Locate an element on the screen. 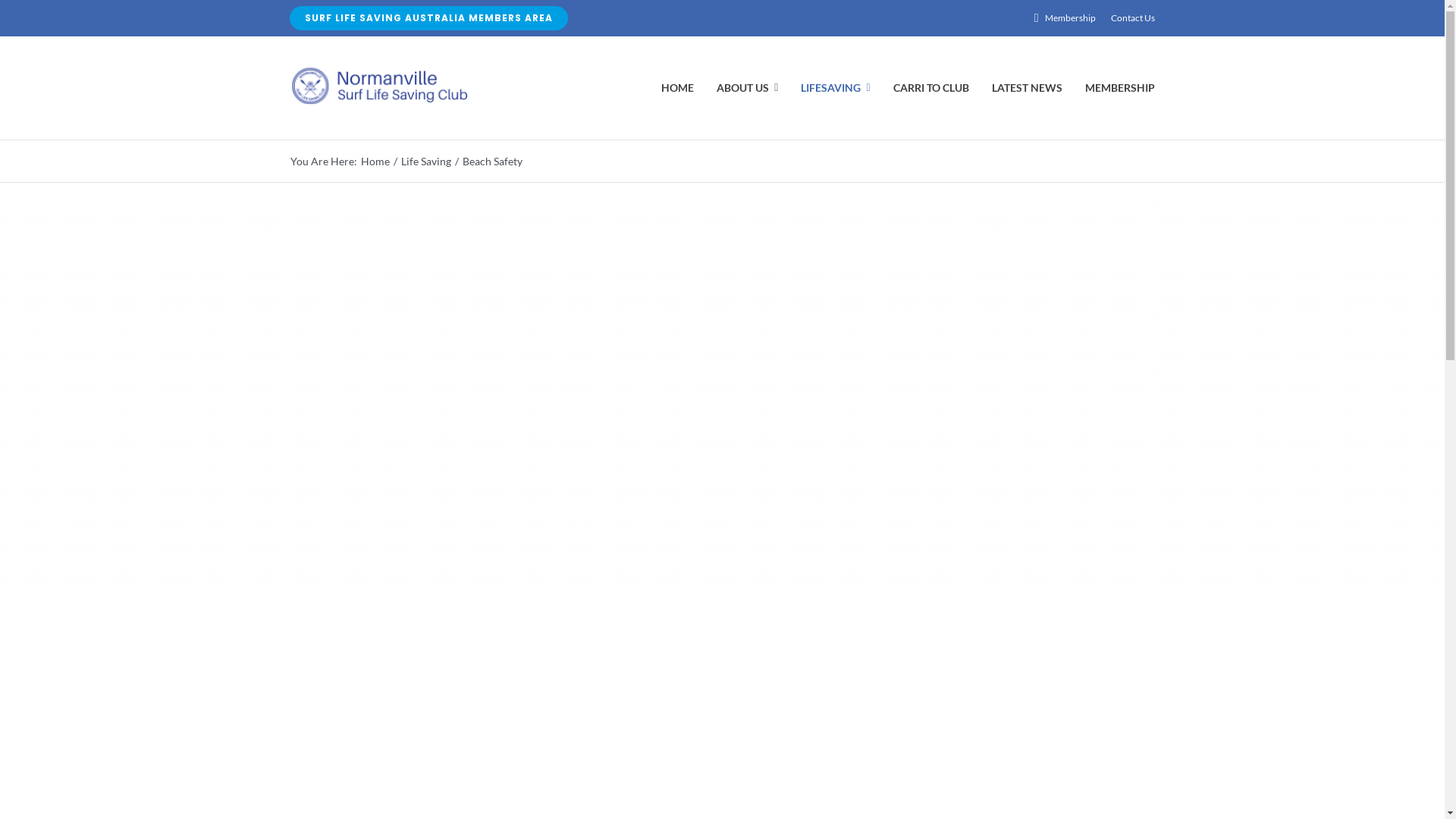 This screenshot has height=819, width=1456. 'ABOUT US' is located at coordinates (716, 87).